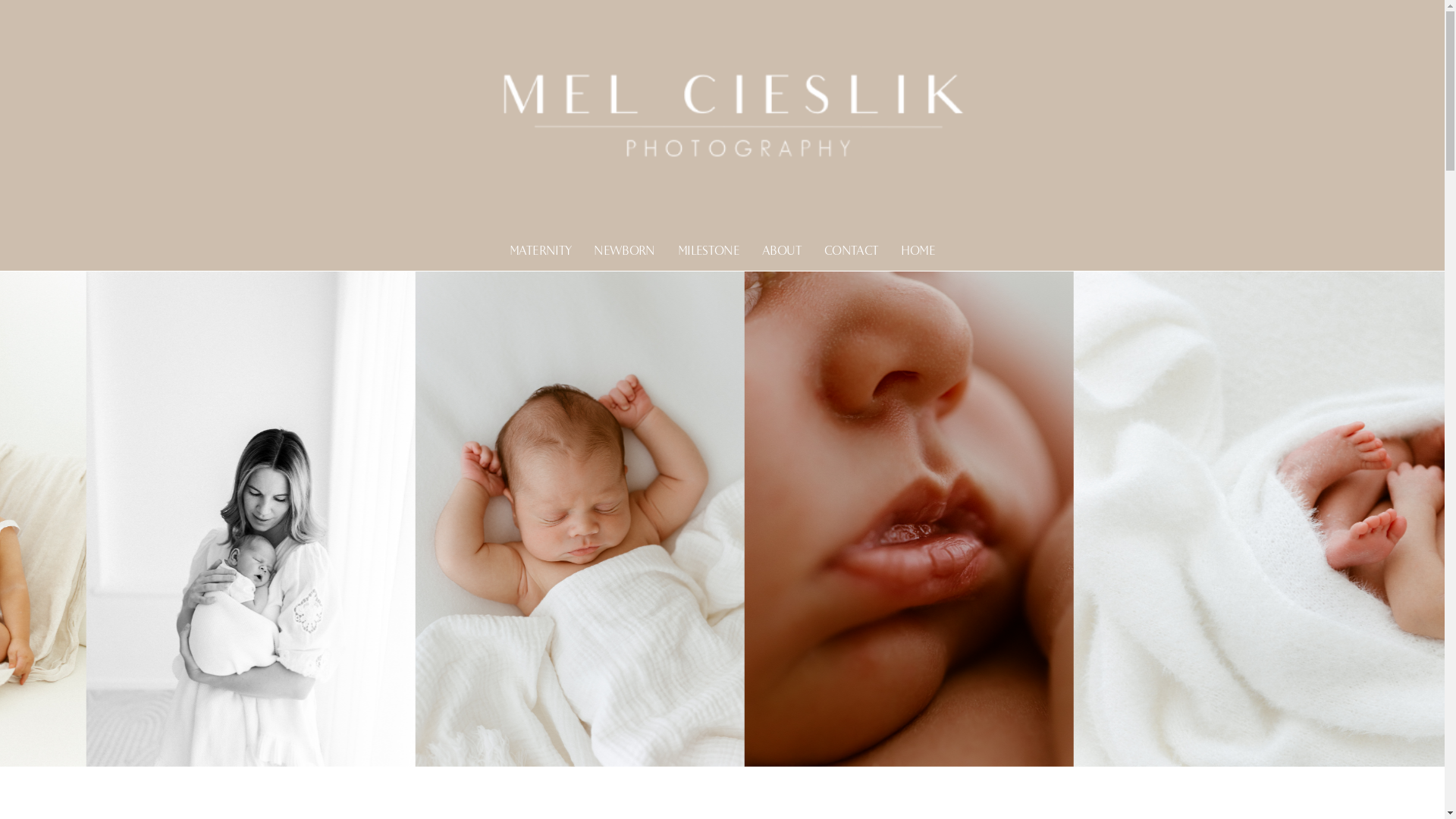 The image size is (1456, 819). What do you see at coordinates (823, 250) in the screenshot?
I see `'CONTACT'` at bounding box center [823, 250].